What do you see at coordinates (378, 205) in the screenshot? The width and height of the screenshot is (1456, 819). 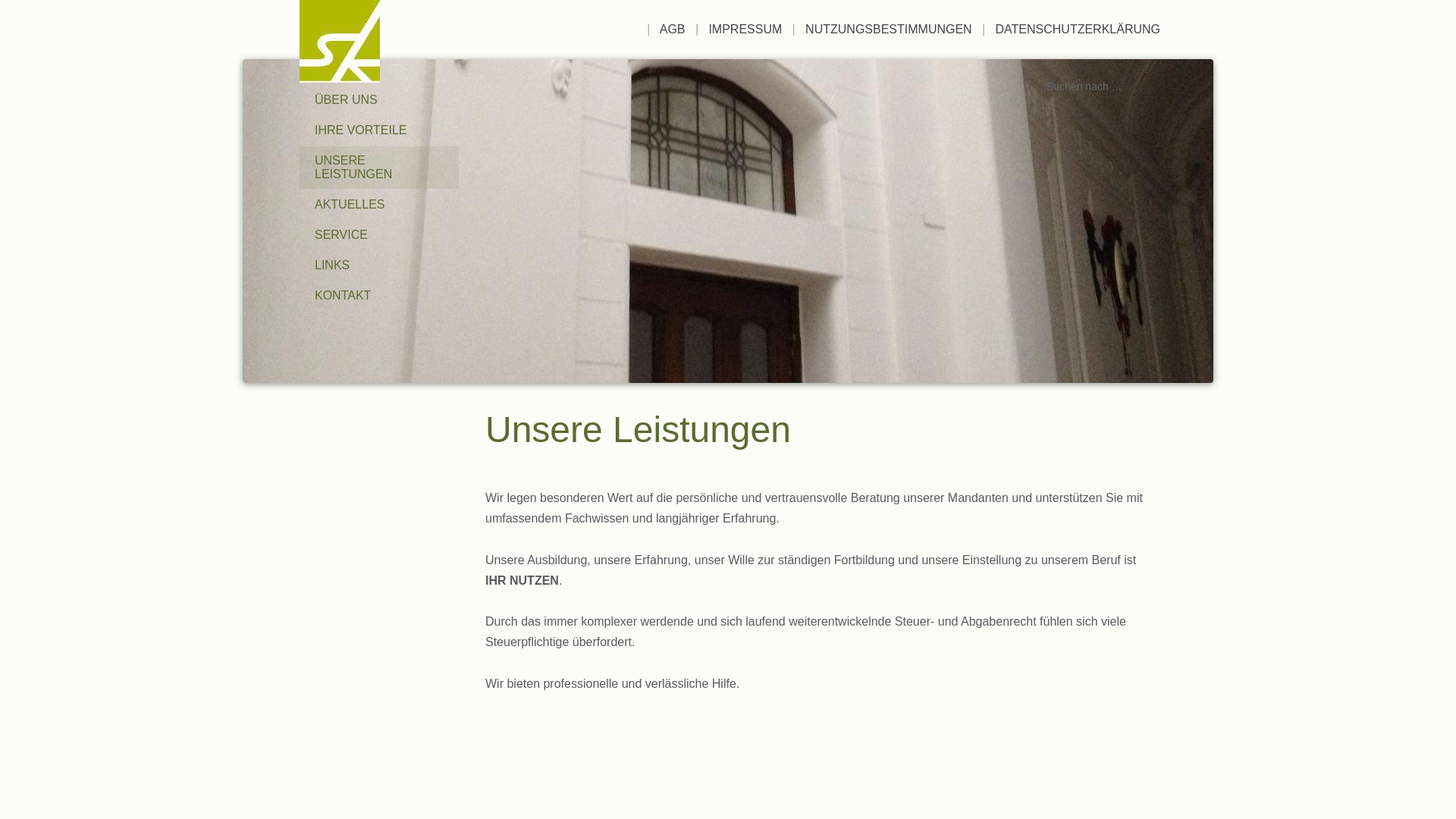 I see `'AKTUELLES'` at bounding box center [378, 205].